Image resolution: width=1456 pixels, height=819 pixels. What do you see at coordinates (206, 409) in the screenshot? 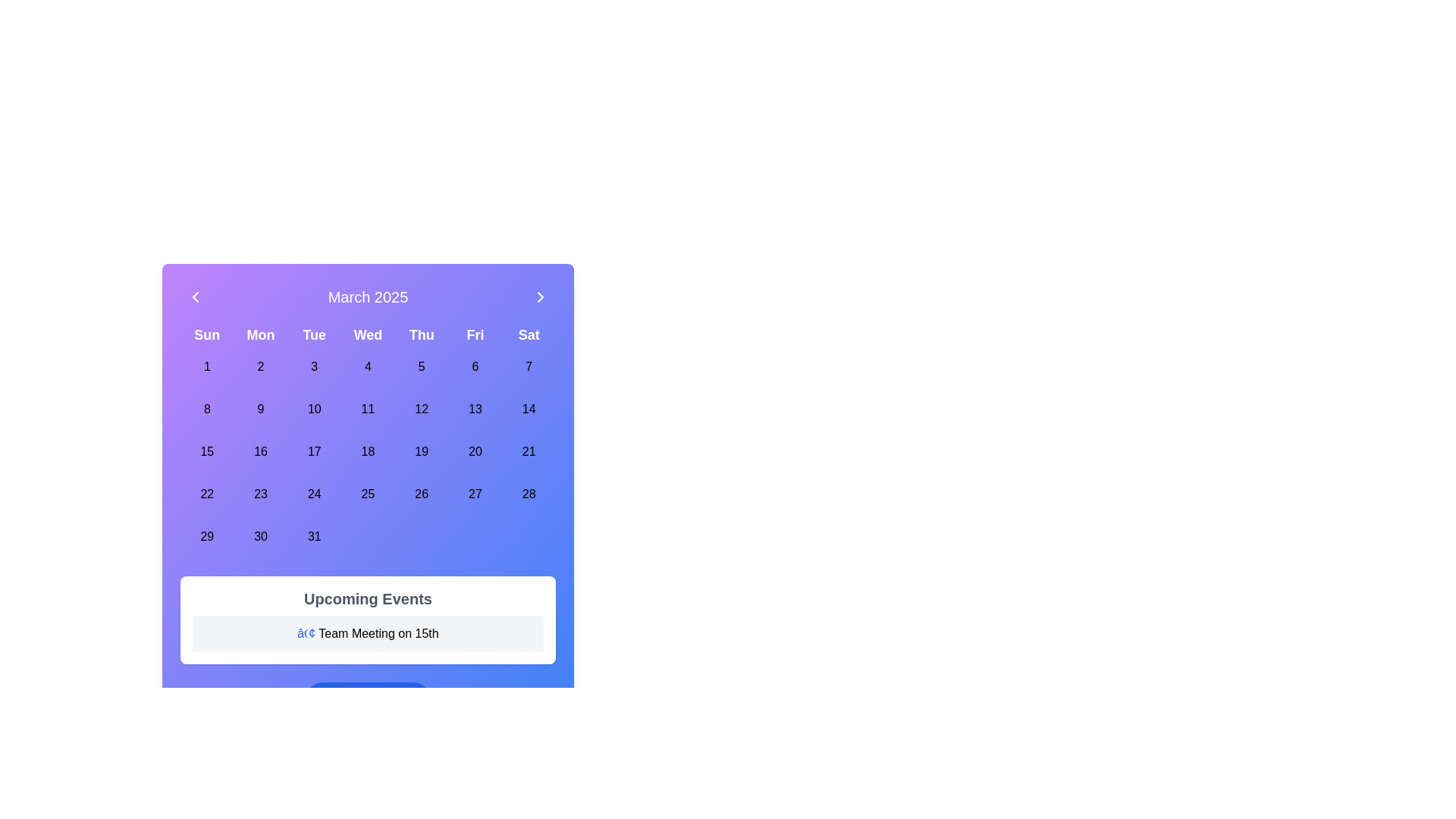
I see `the circular calendar date button with the number '8'` at bounding box center [206, 409].